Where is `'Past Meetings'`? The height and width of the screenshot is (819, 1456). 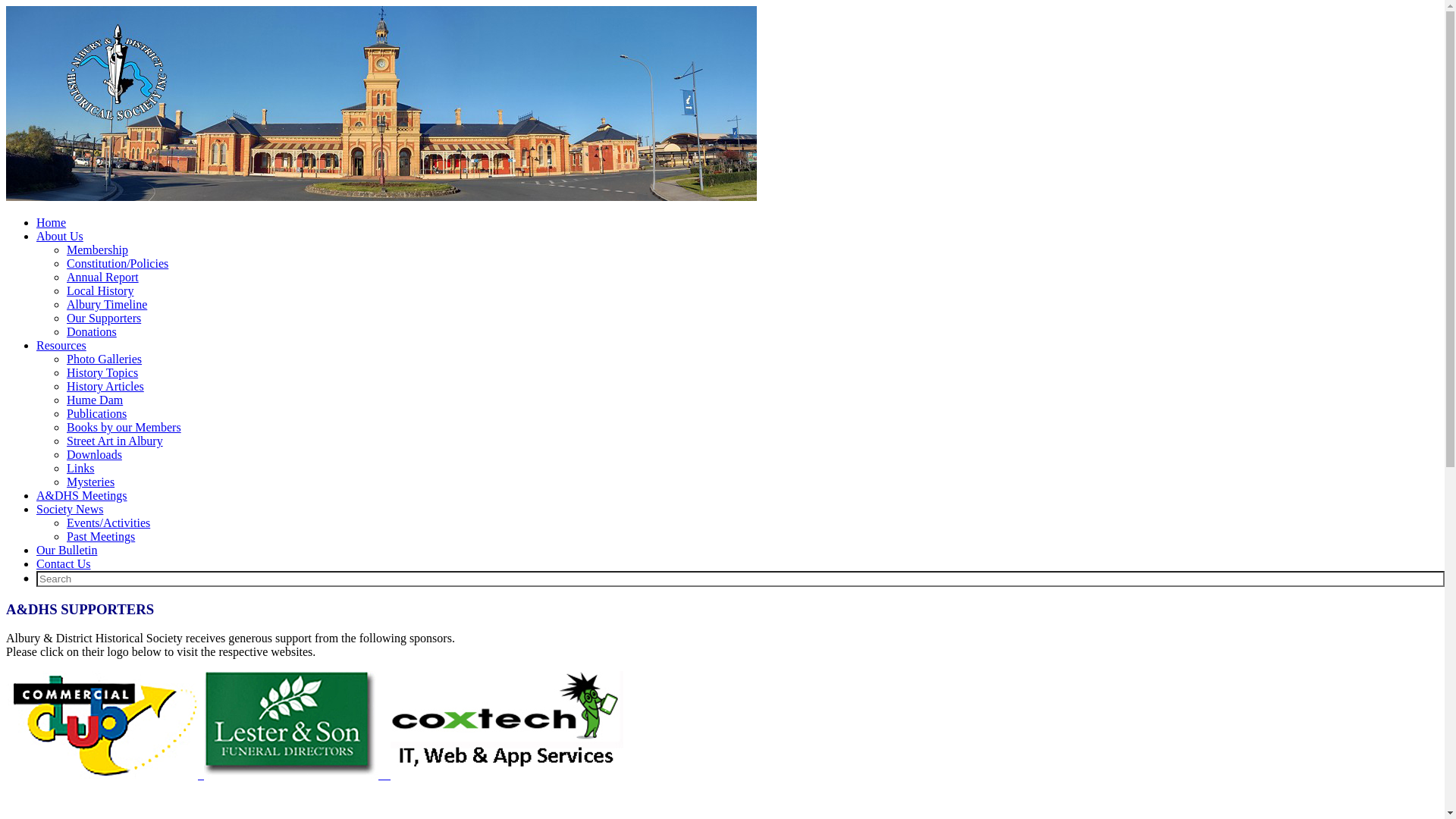 'Past Meetings' is located at coordinates (100, 535).